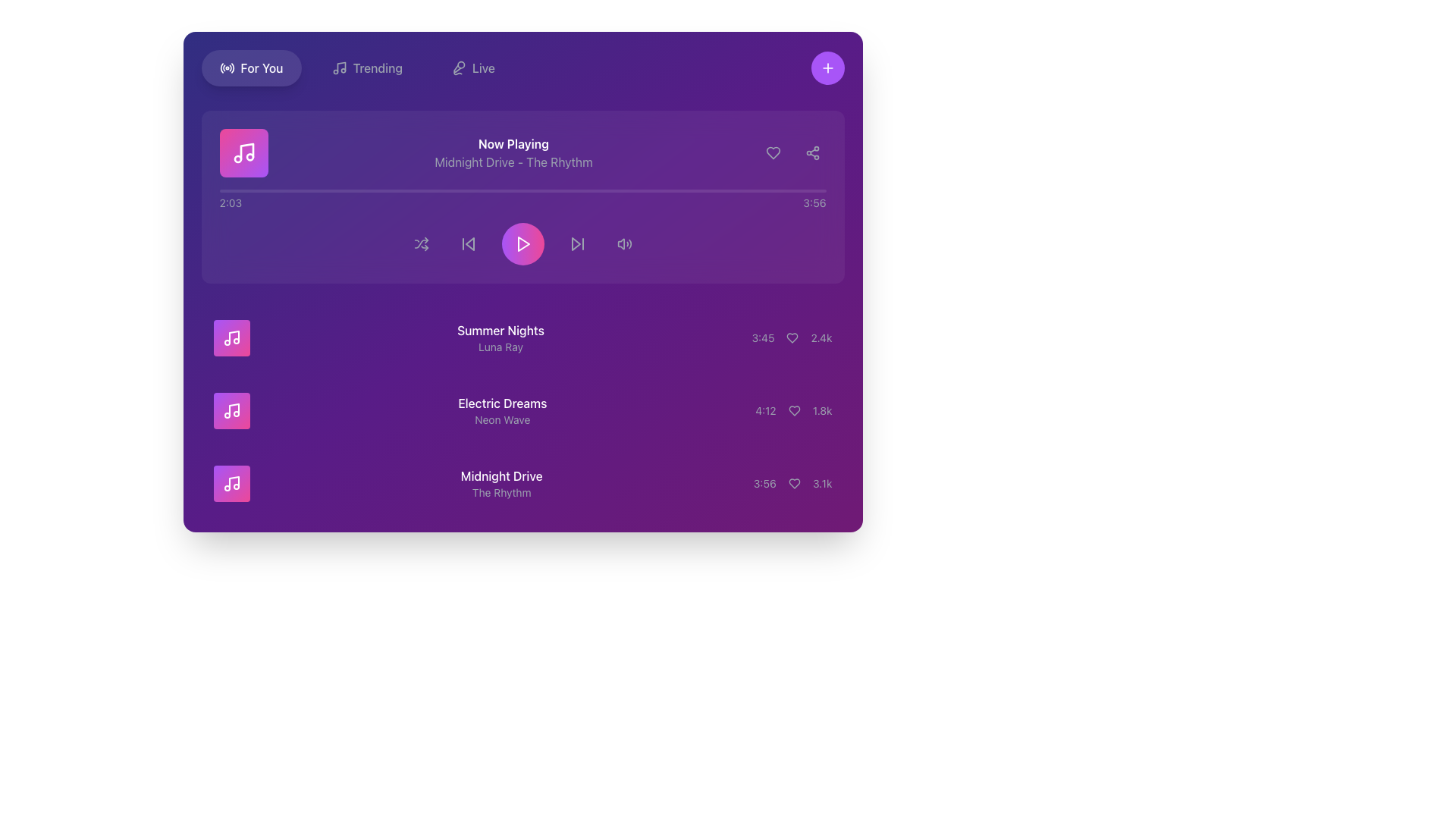  Describe the element at coordinates (792, 483) in the screenshot. I see `the heart-shaped icon located within the Compound element that displays the time '3:56' and the like count '3.1k', positioned at the rightmost end of the 'Midnight Drive' list item` at that location.